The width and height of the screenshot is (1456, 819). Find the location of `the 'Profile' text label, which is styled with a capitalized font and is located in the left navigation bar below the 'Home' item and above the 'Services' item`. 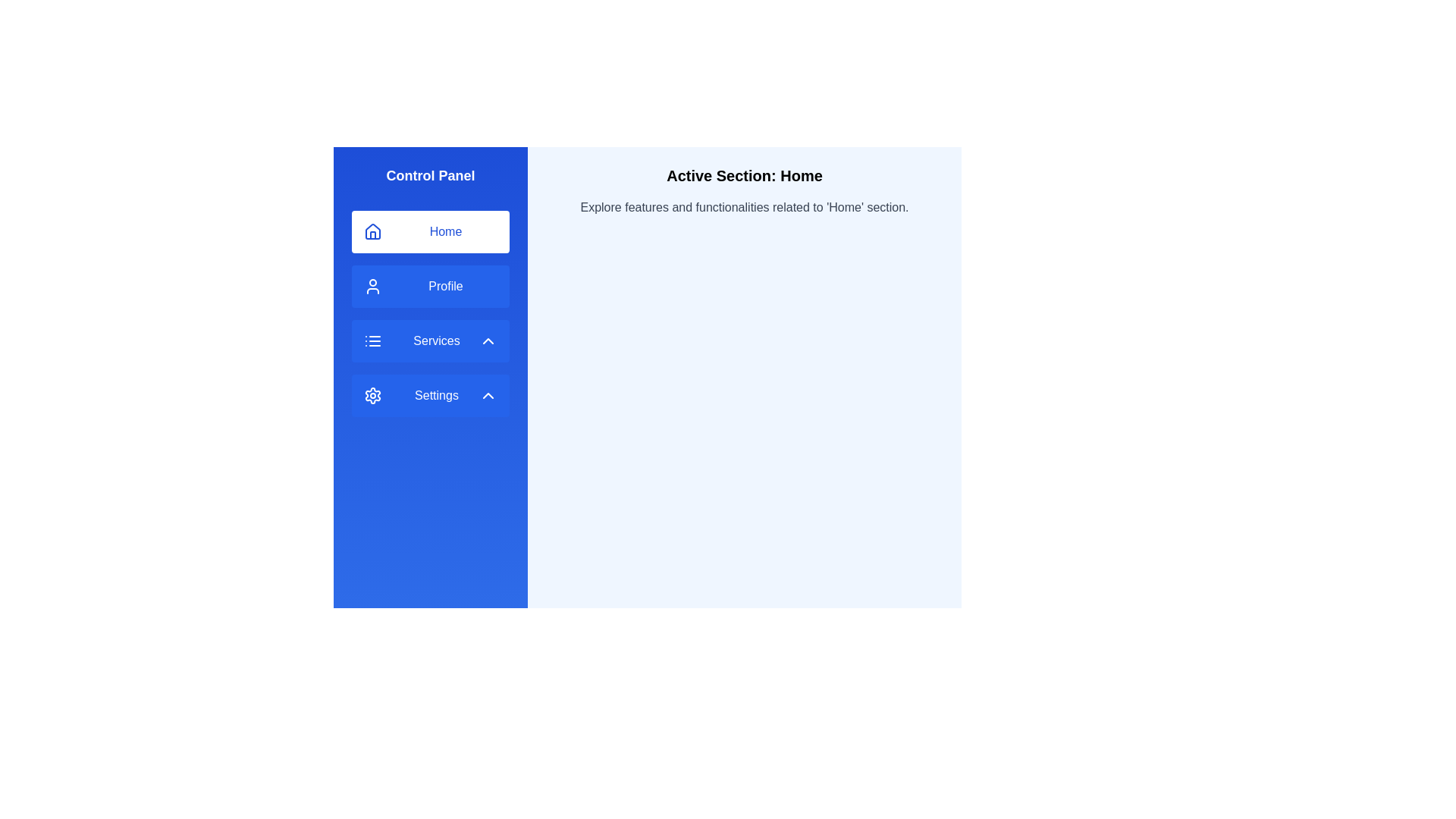

the 'Profile' text label, which is styled with a capitalized font and is located in the left navigation bar below the 'Home' item and above the 'Services' item is located at coordinates (445, 287).